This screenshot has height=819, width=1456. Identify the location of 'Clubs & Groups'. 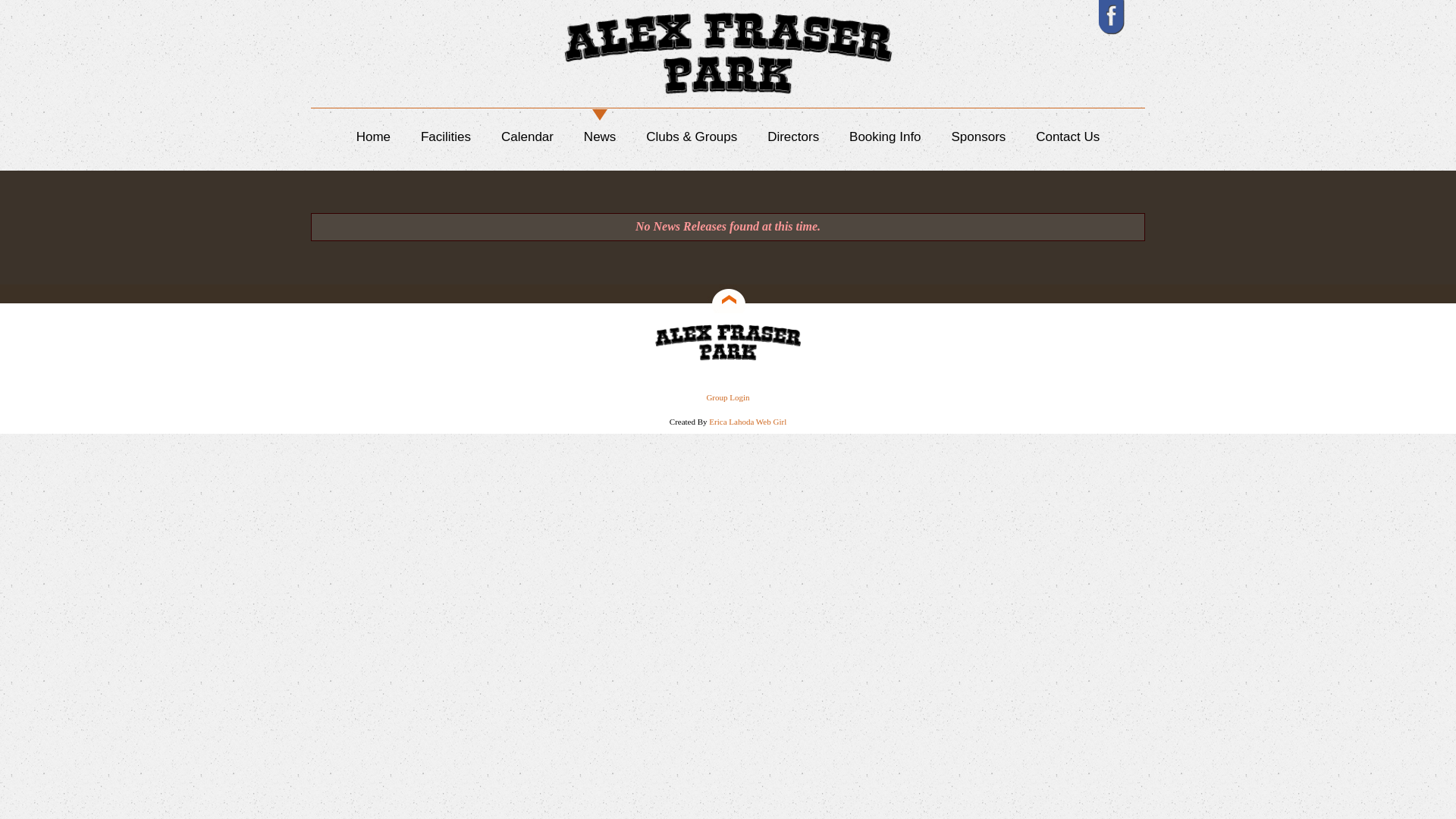
(691, 136).